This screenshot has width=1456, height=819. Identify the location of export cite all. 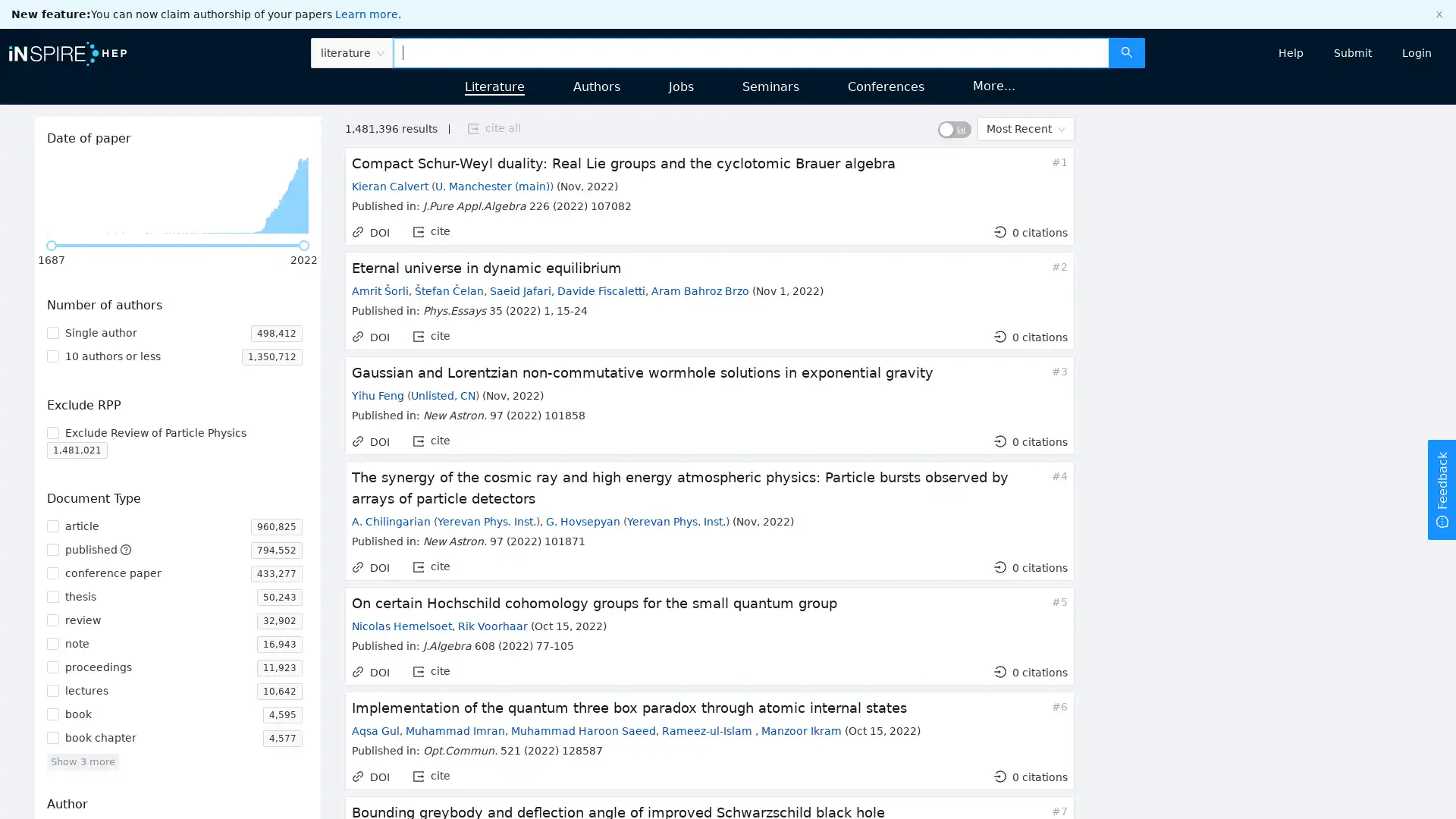
(493, 127).